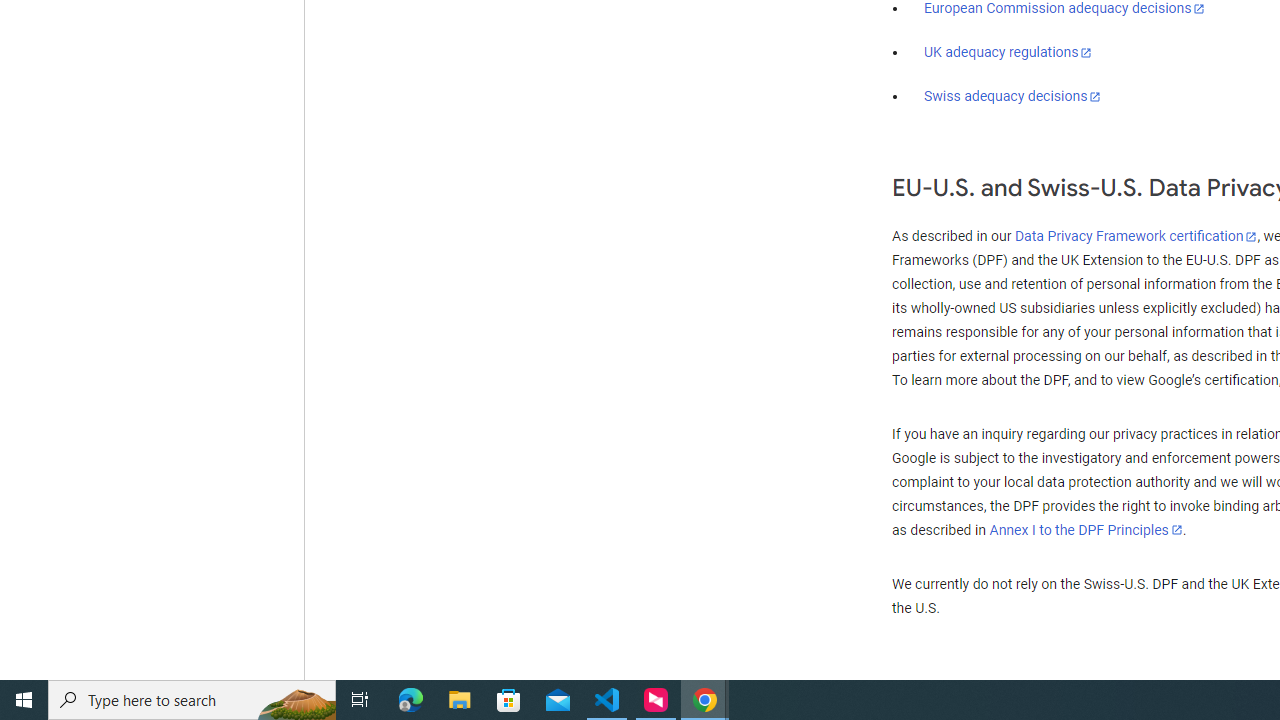 This screenshot has width=1280, height=720. Describe the element at coordinates (1013, 96) in the screenshot. I see `'Swiss adequacy decisions'` at that location.